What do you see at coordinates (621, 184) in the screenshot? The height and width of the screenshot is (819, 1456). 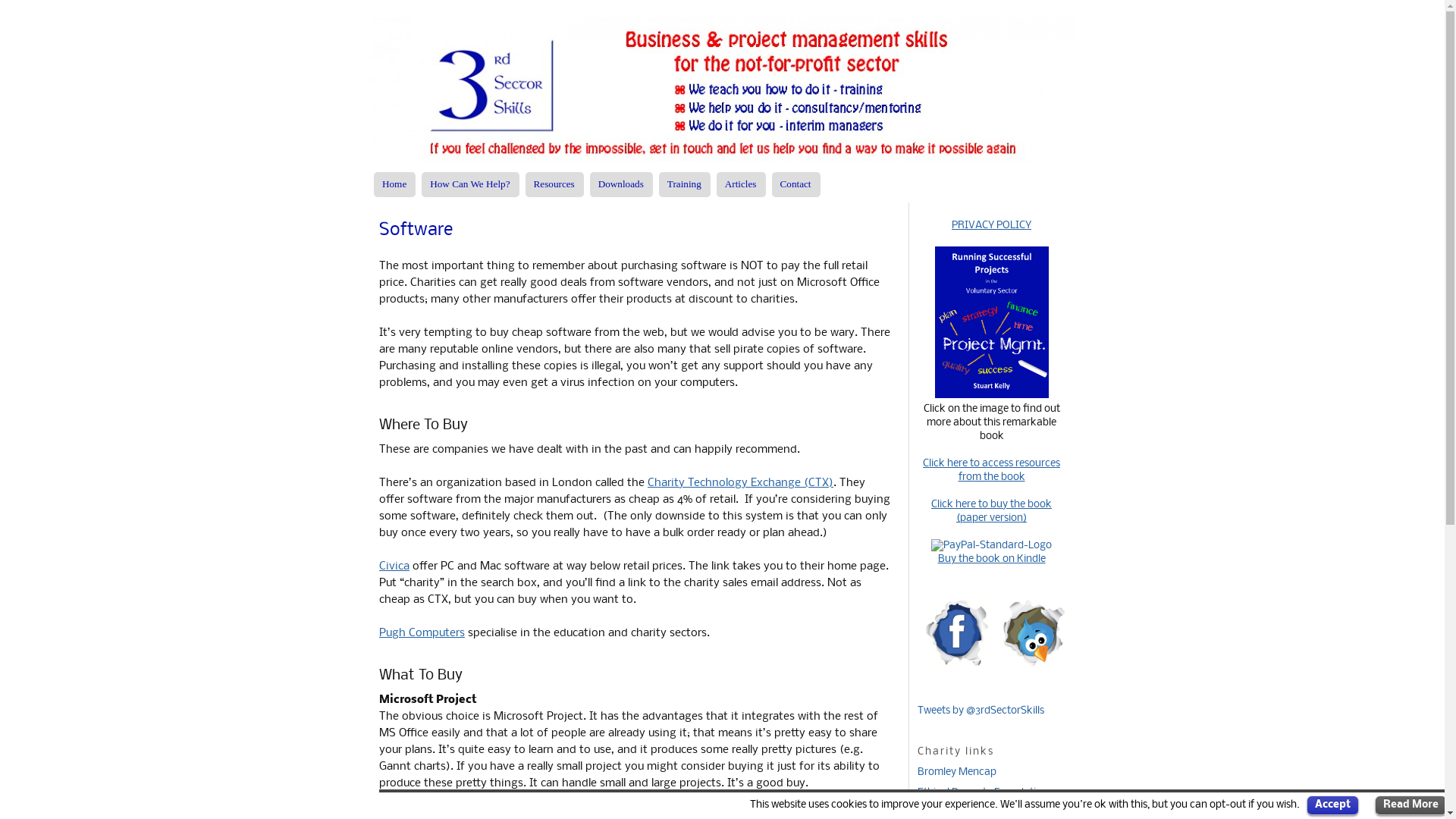 I see `'Downloads'` at bounding box center [621, 184].